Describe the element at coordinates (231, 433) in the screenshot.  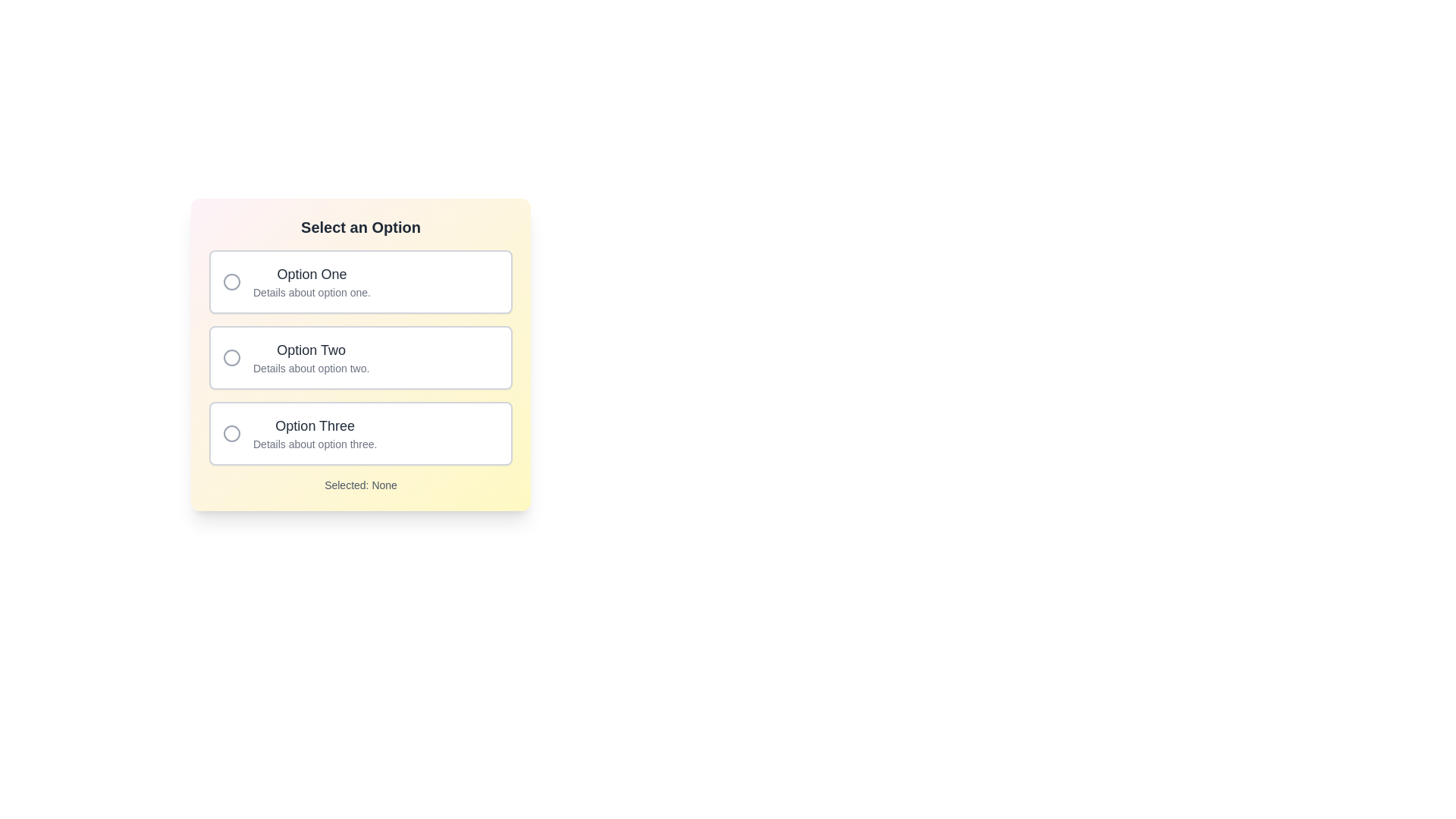
I see `the Selection Indicator of the Radio Button labeled 'Option Three' to trigger visual feedback` at that location.